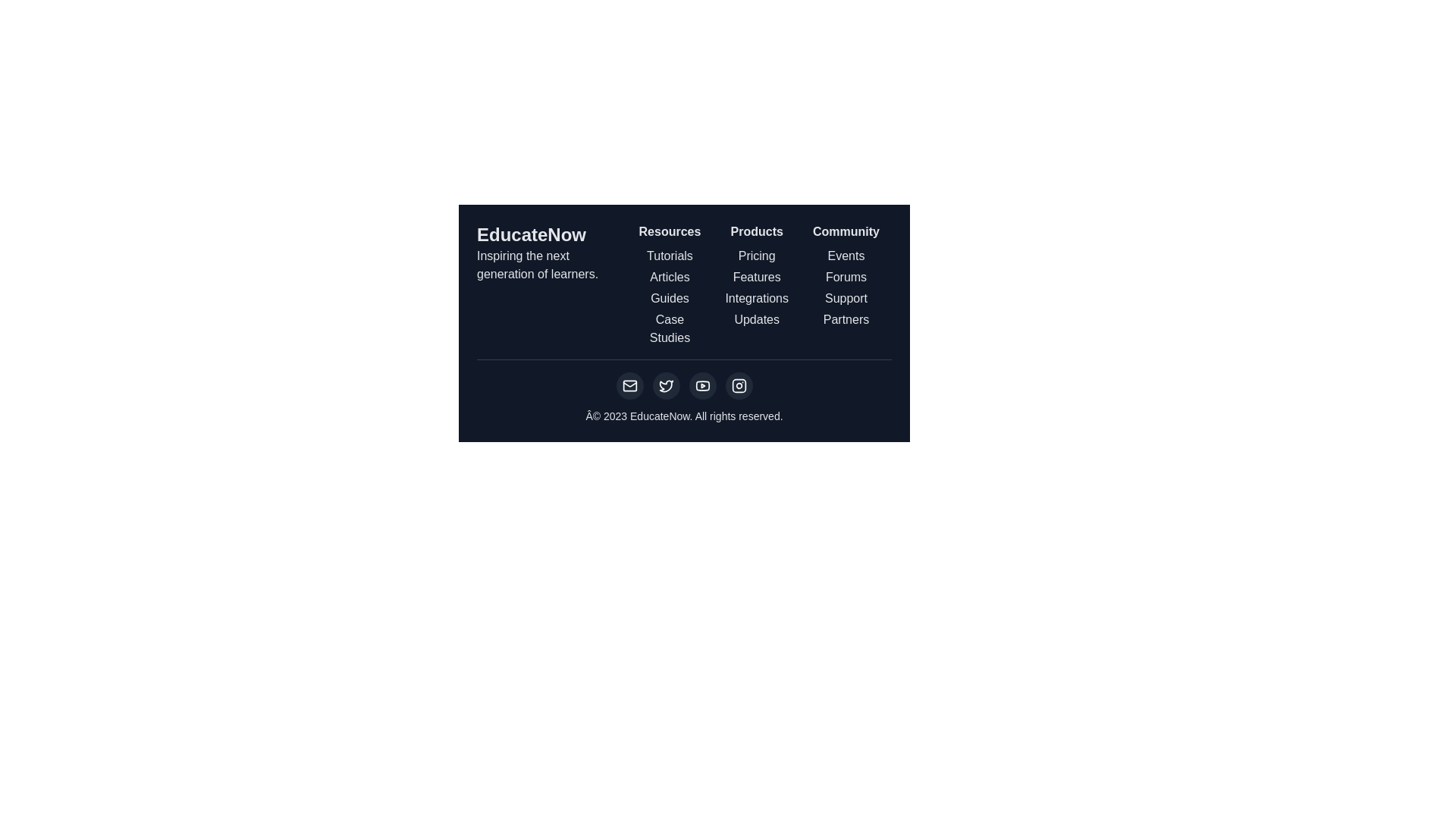  What do you see at coordinates (846, 256) in the screenshot?
I see `the 'Events' text label in the Community section of the footer` at bounding box center [846, 256].